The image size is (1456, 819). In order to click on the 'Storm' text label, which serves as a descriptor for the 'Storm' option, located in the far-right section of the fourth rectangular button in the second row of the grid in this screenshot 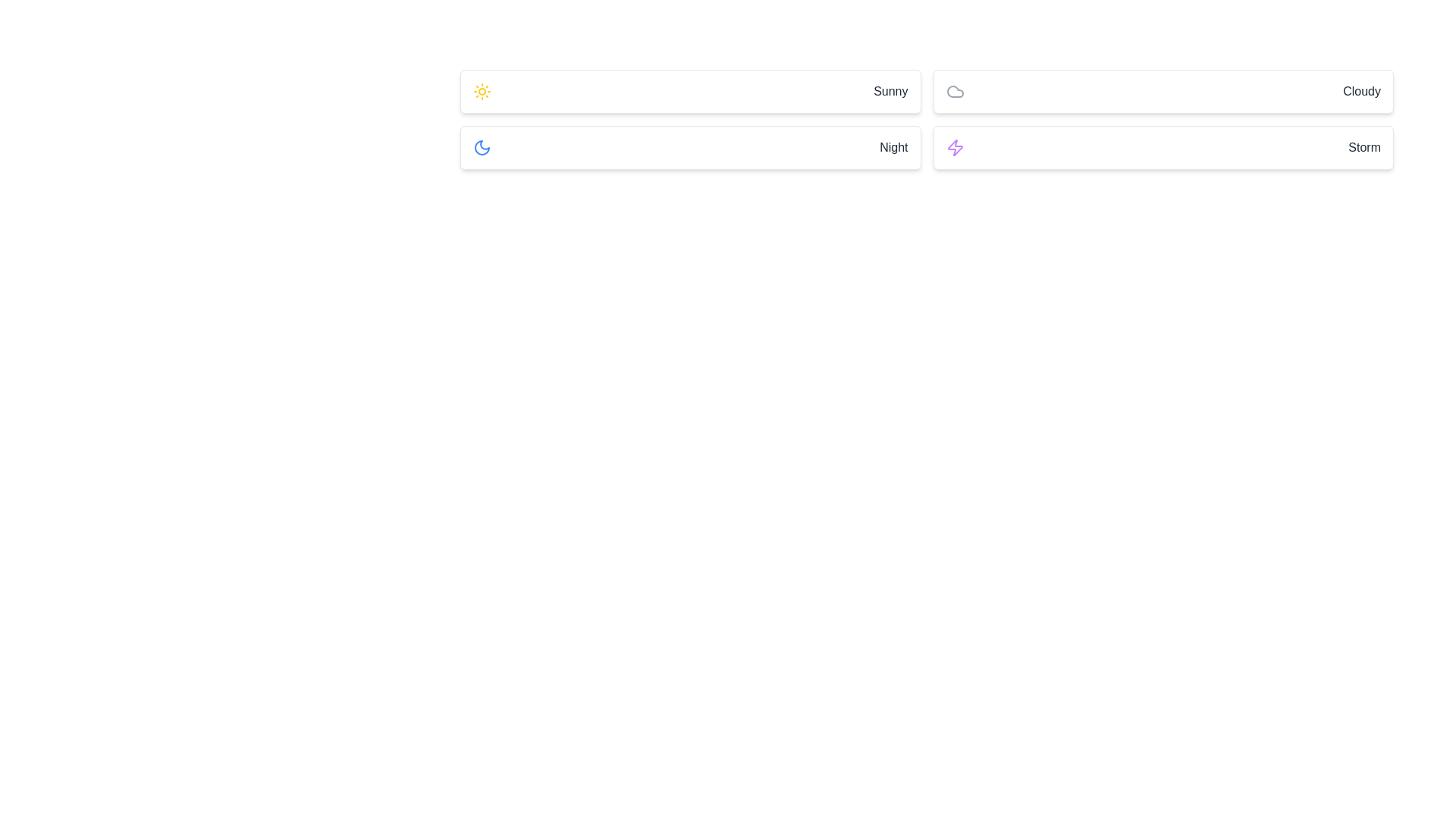, I will do `click(1364, 148)`.